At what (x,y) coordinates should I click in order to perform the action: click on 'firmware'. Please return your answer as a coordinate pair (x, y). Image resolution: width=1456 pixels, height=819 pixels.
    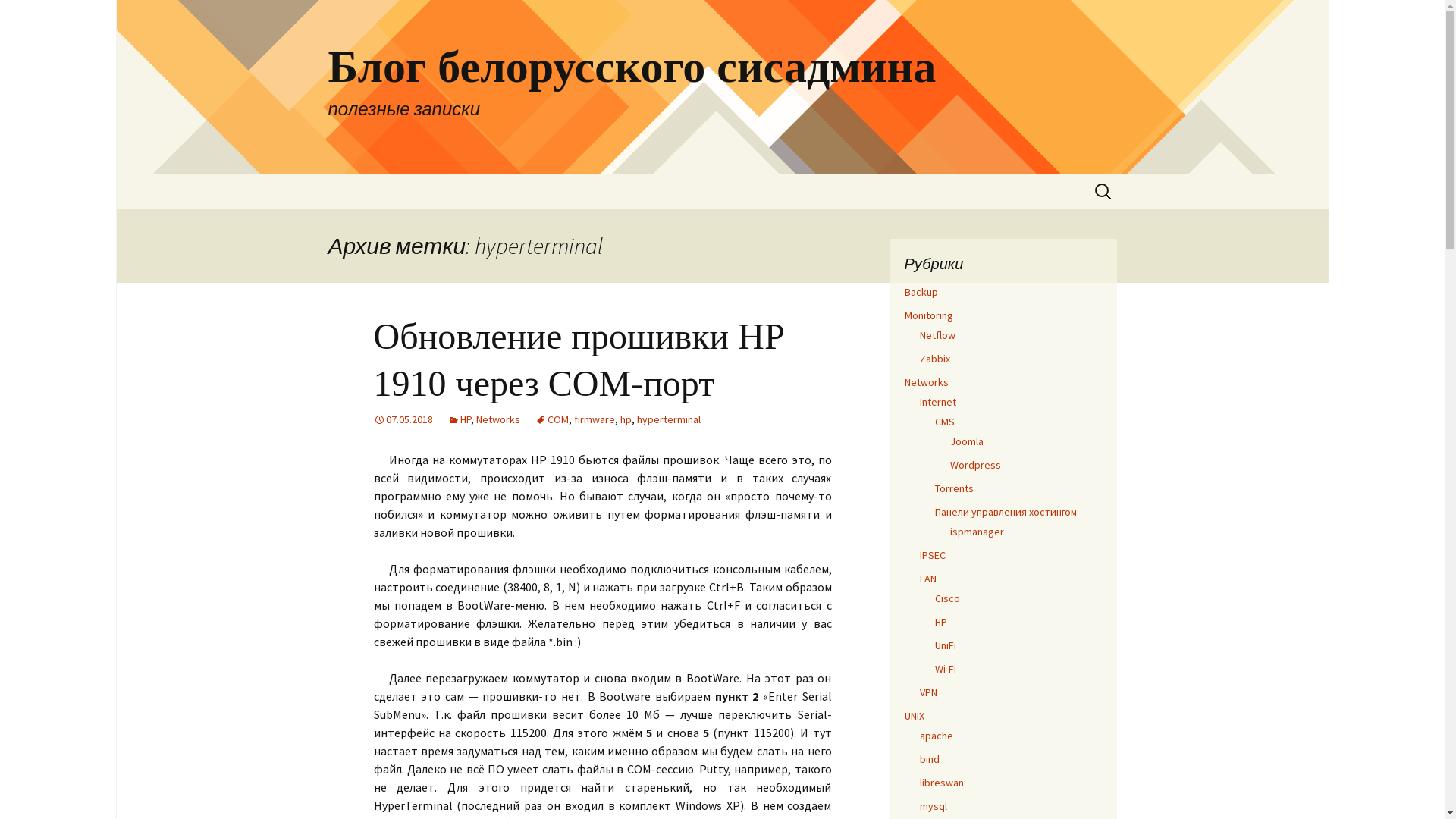
    Looking at the image, I should click on (572, 419).